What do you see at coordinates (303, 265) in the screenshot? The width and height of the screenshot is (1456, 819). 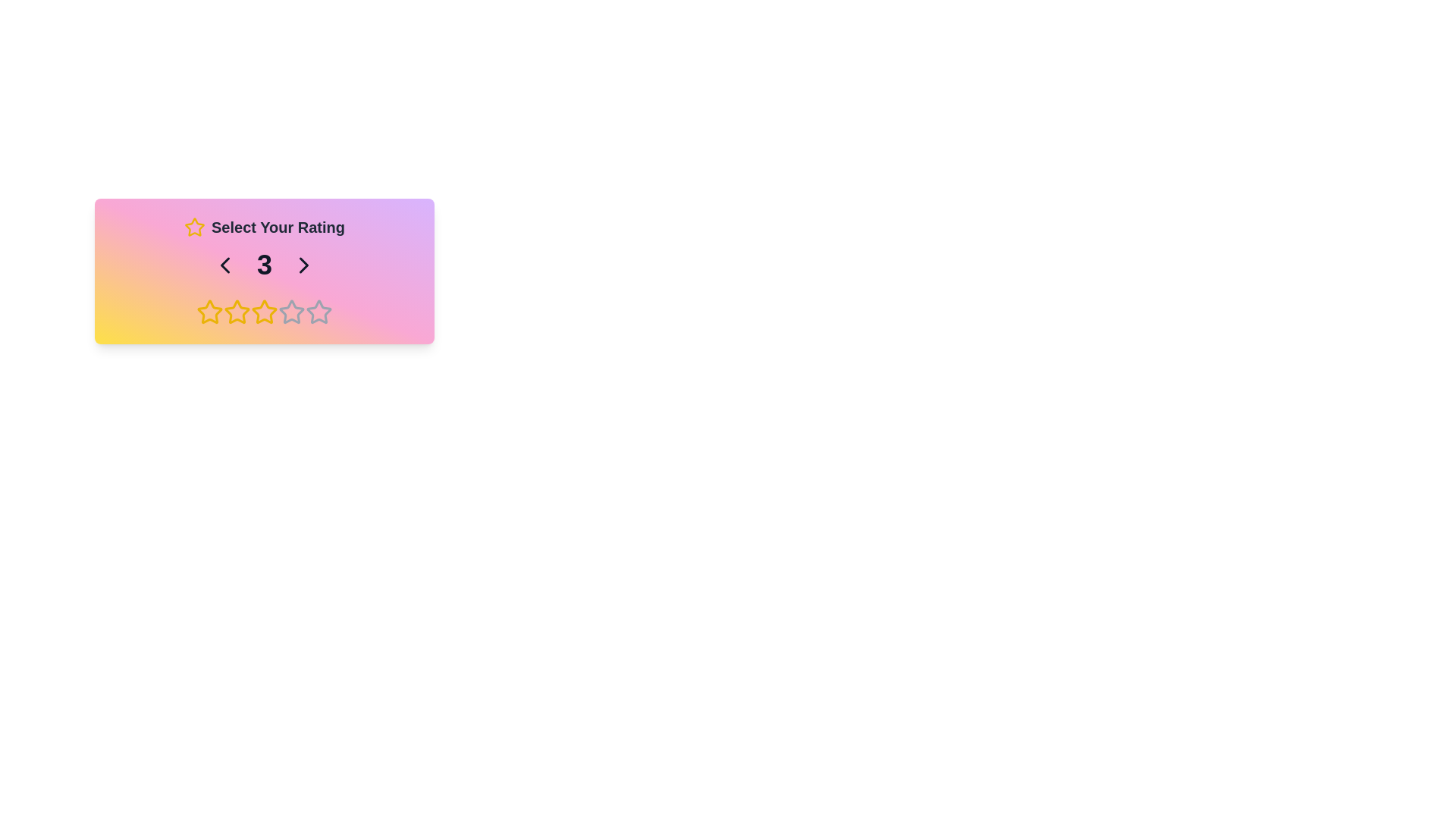 I see `the right-pointing chevron button` at bounding box center [303, 265].